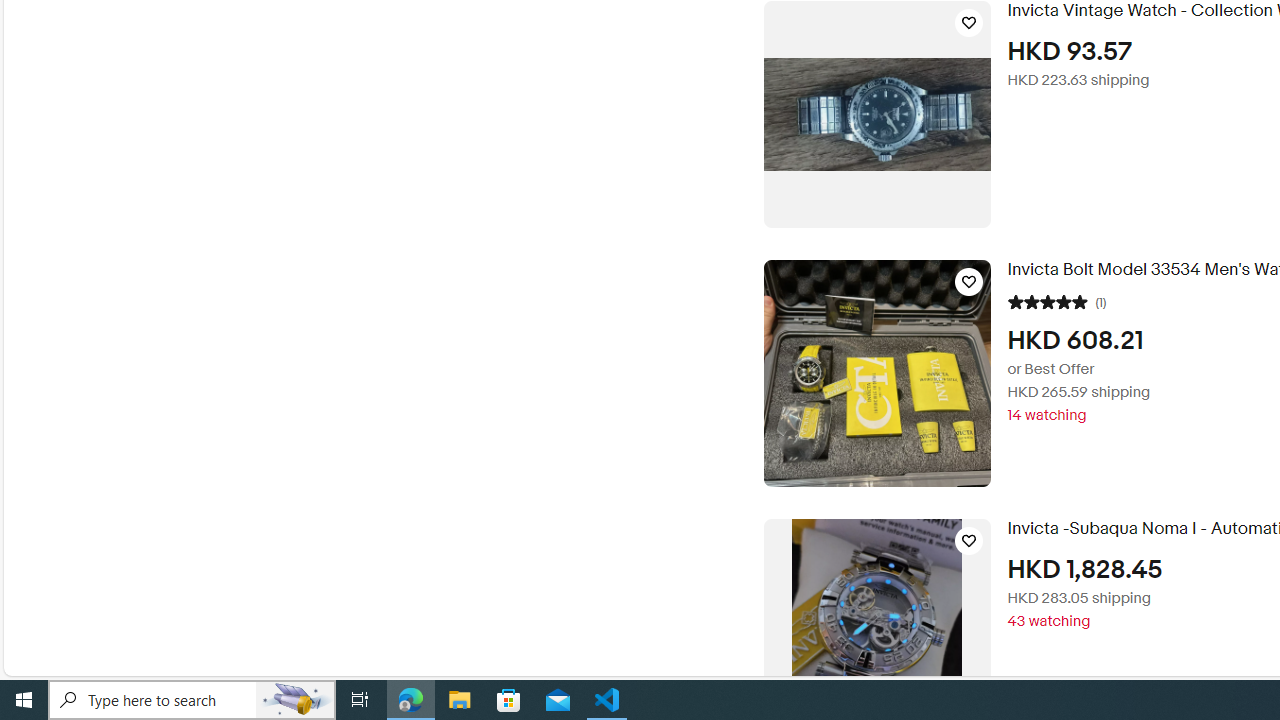 This screenshot has width=1280, height=720. Describe the element at coordinates (1046, 300) in the screenshot. I see `'5 out of 5 stars'` at that location.